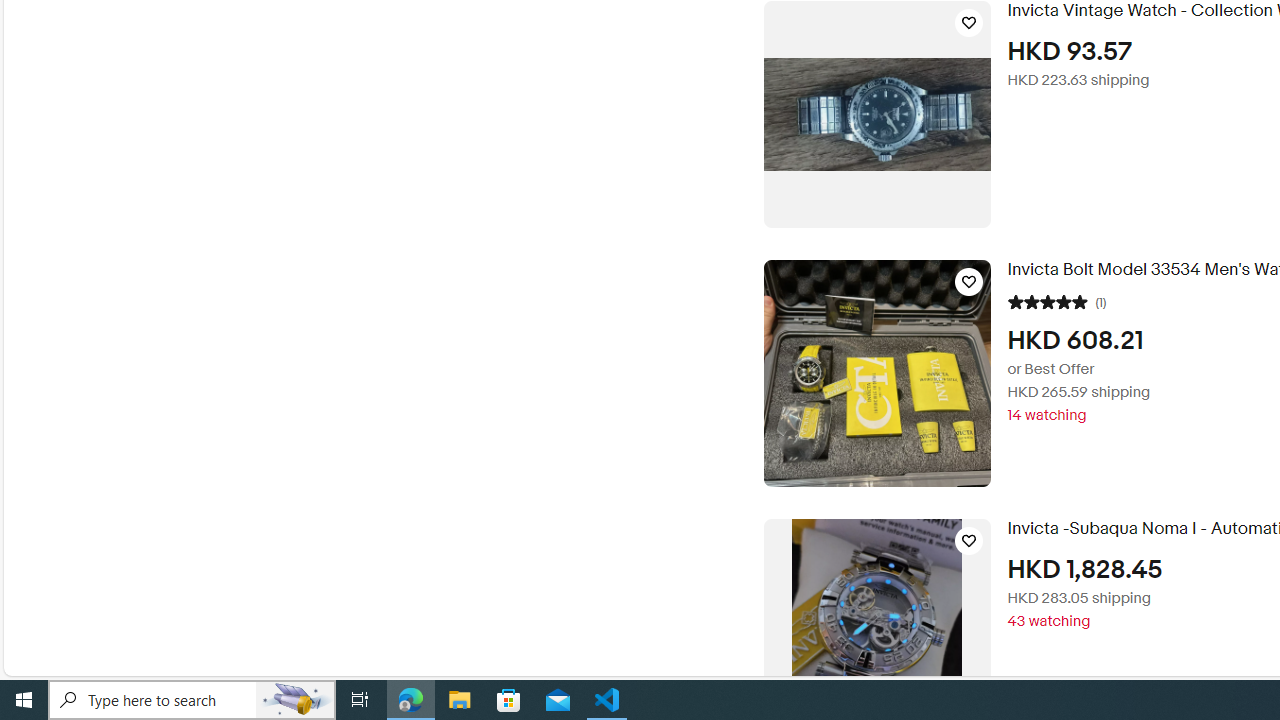 This screenshot has width=1280, height=720. Describe the element at coordinates (1046, 300) in the screenshot. I see `'5 out of 5 stars'` at that location.